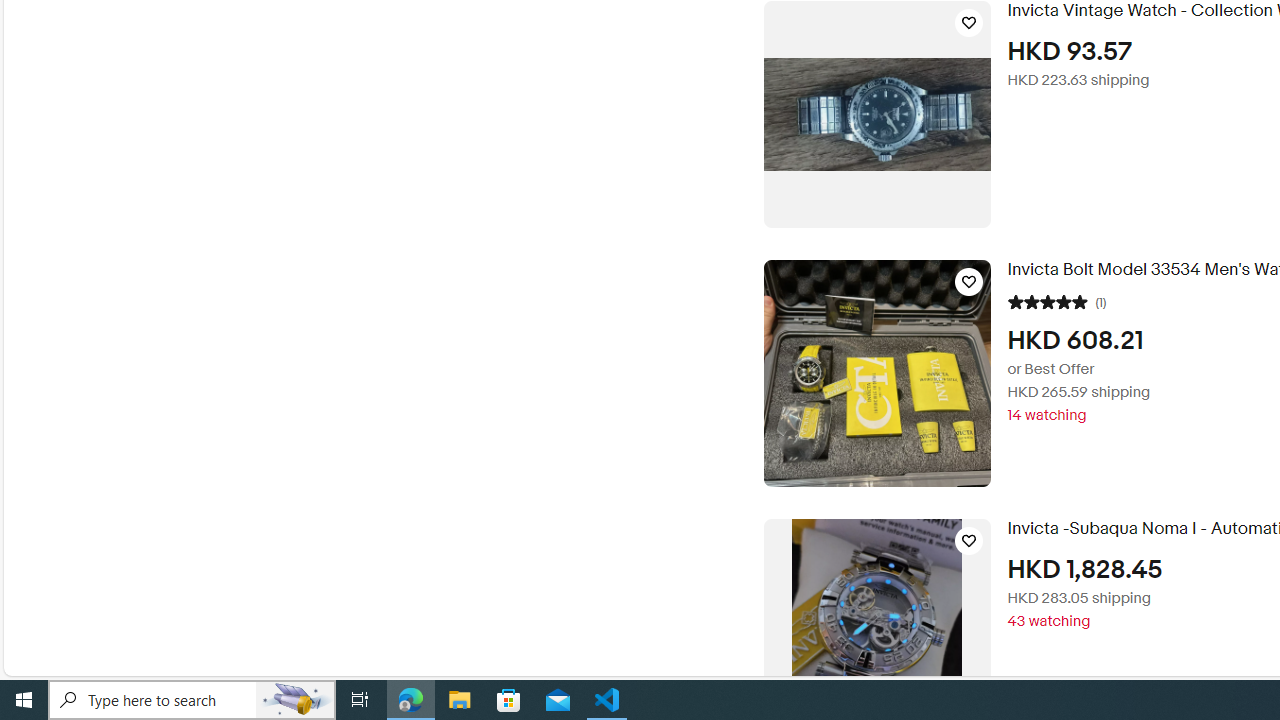 This screenshot has width=1280, height=720. Describe the element at coordinates (1046, 300) in the screenshot. I see `'5 out of 5 stars'` at that location.